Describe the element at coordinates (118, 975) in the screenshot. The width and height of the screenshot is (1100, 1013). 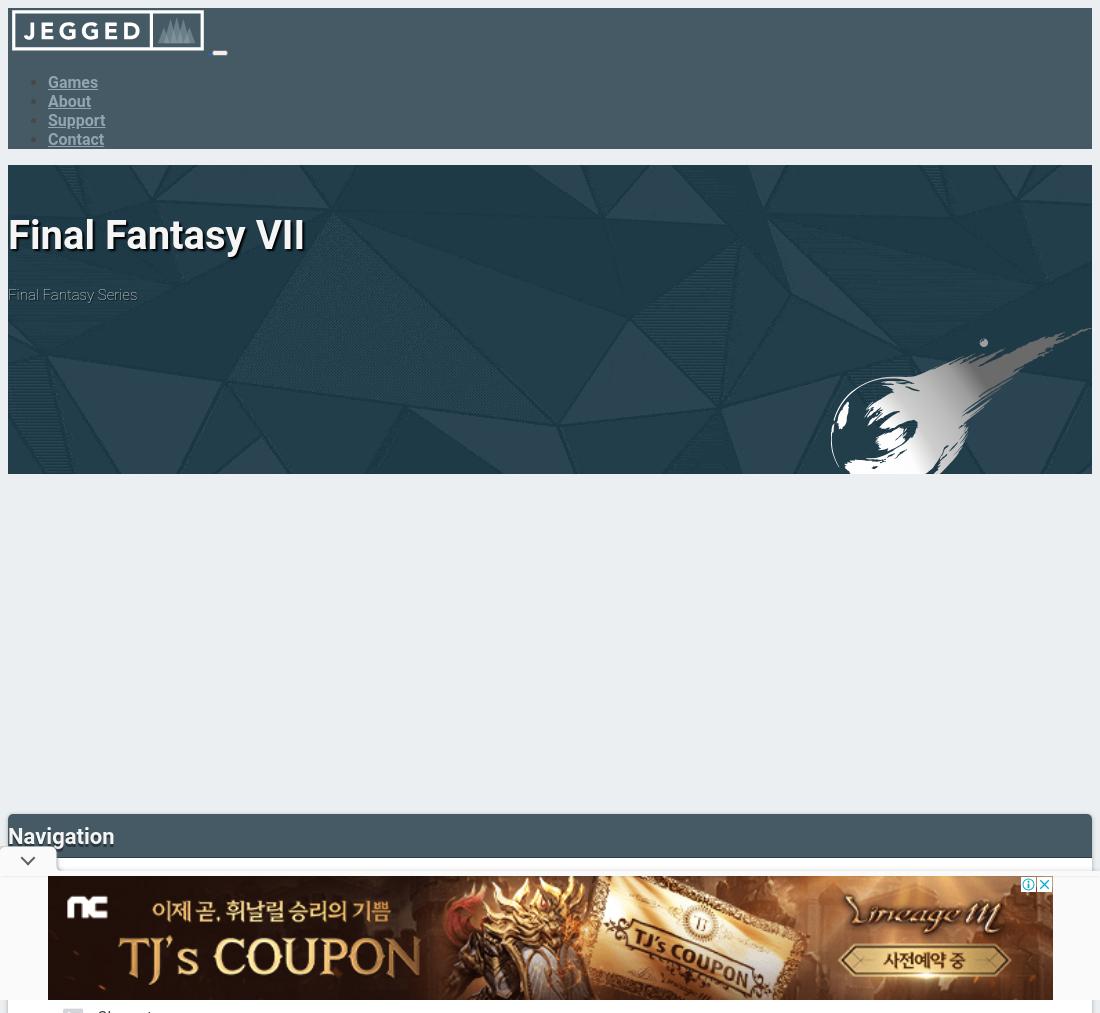
I see `'Armor'` at that location.